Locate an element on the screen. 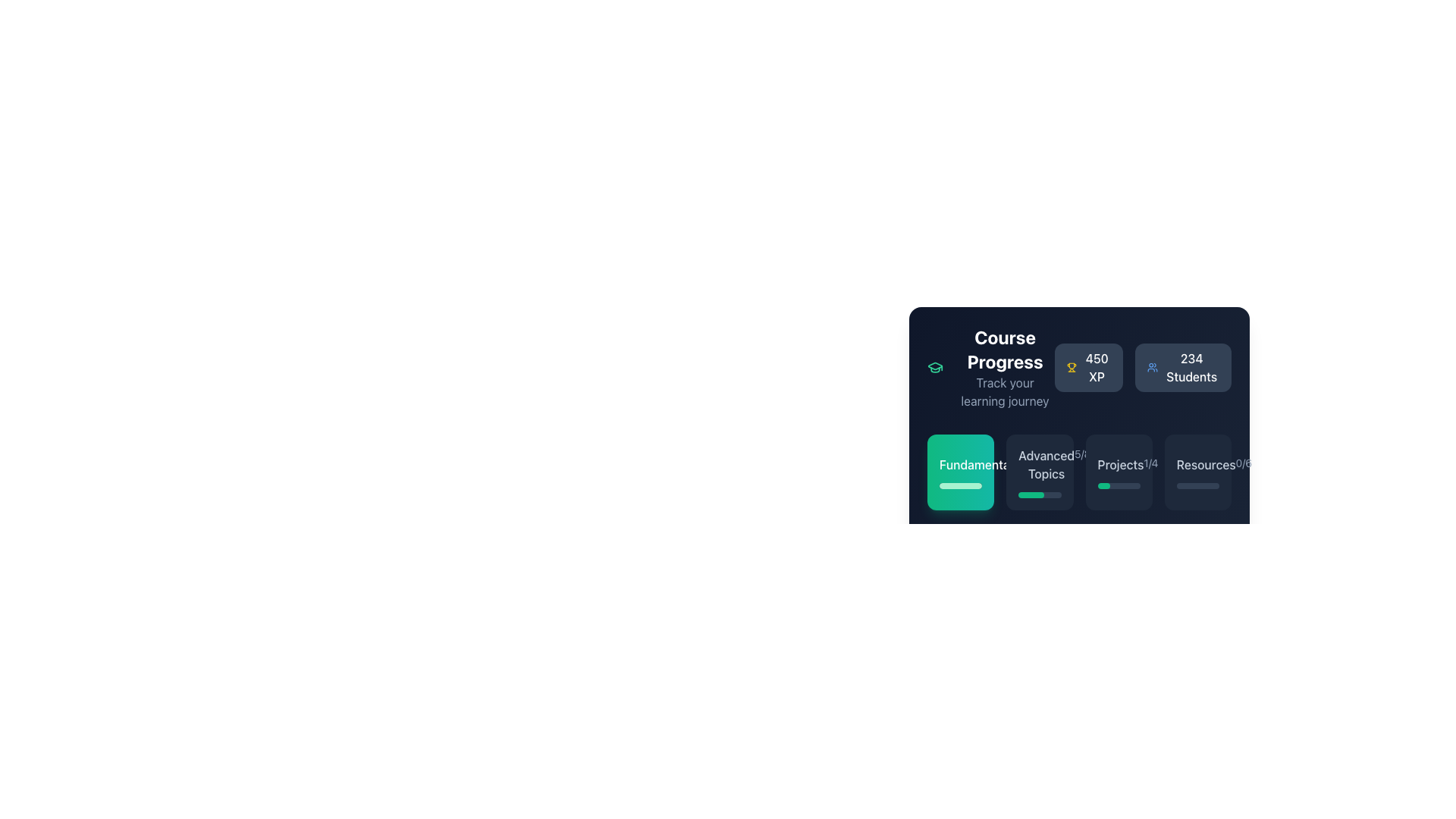 This screenshot has width=1456, height=819. the 'Fundamentals' label text, which is styled in white on a green background and is the first card in the 'Course Progress' section is located at coordinates (979, 464).